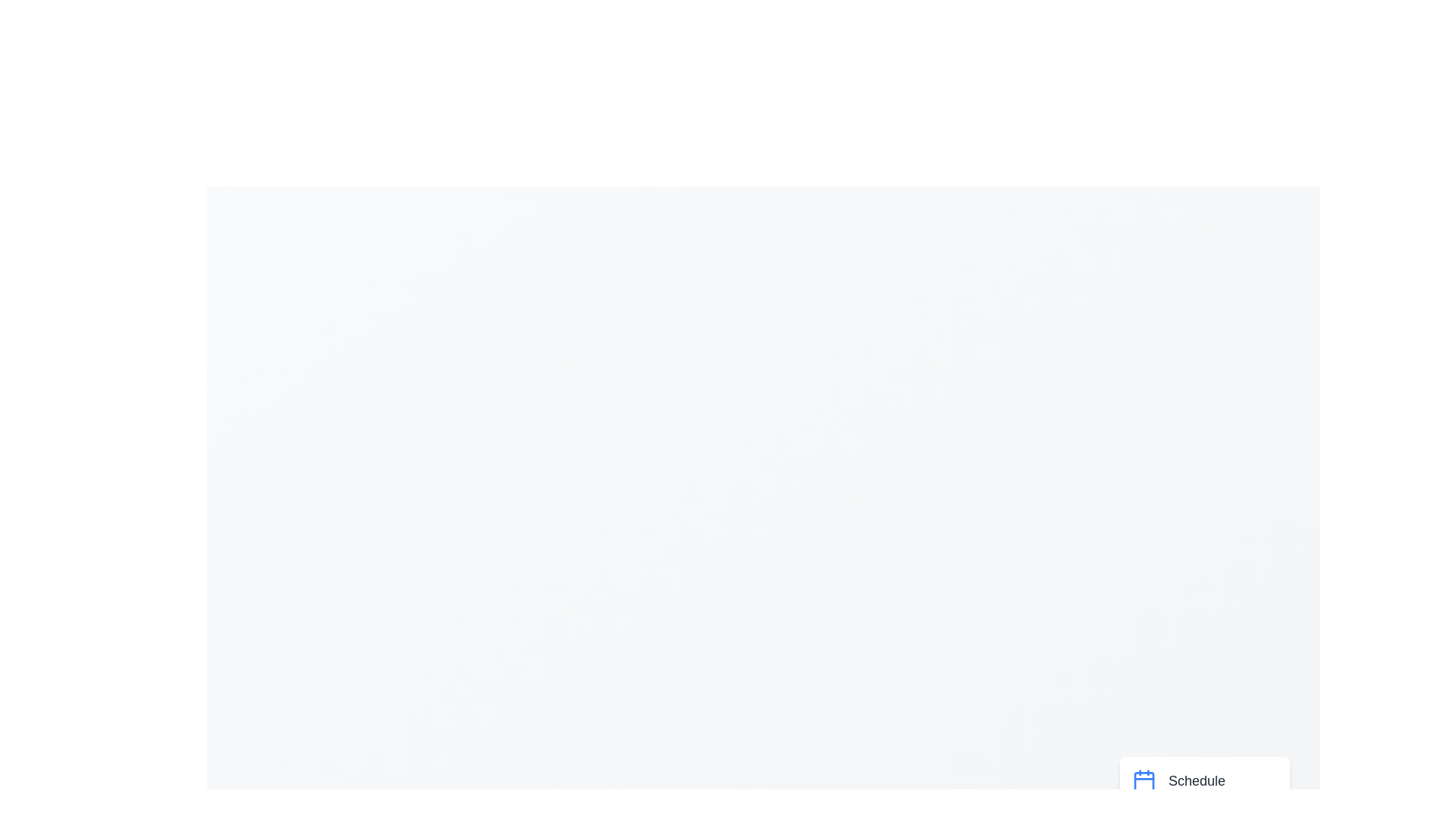  What do you see at coordinates (1203, 780) in the screenshot?
I see `the 'Schedule' category button` at bounding box center [1203, 780].